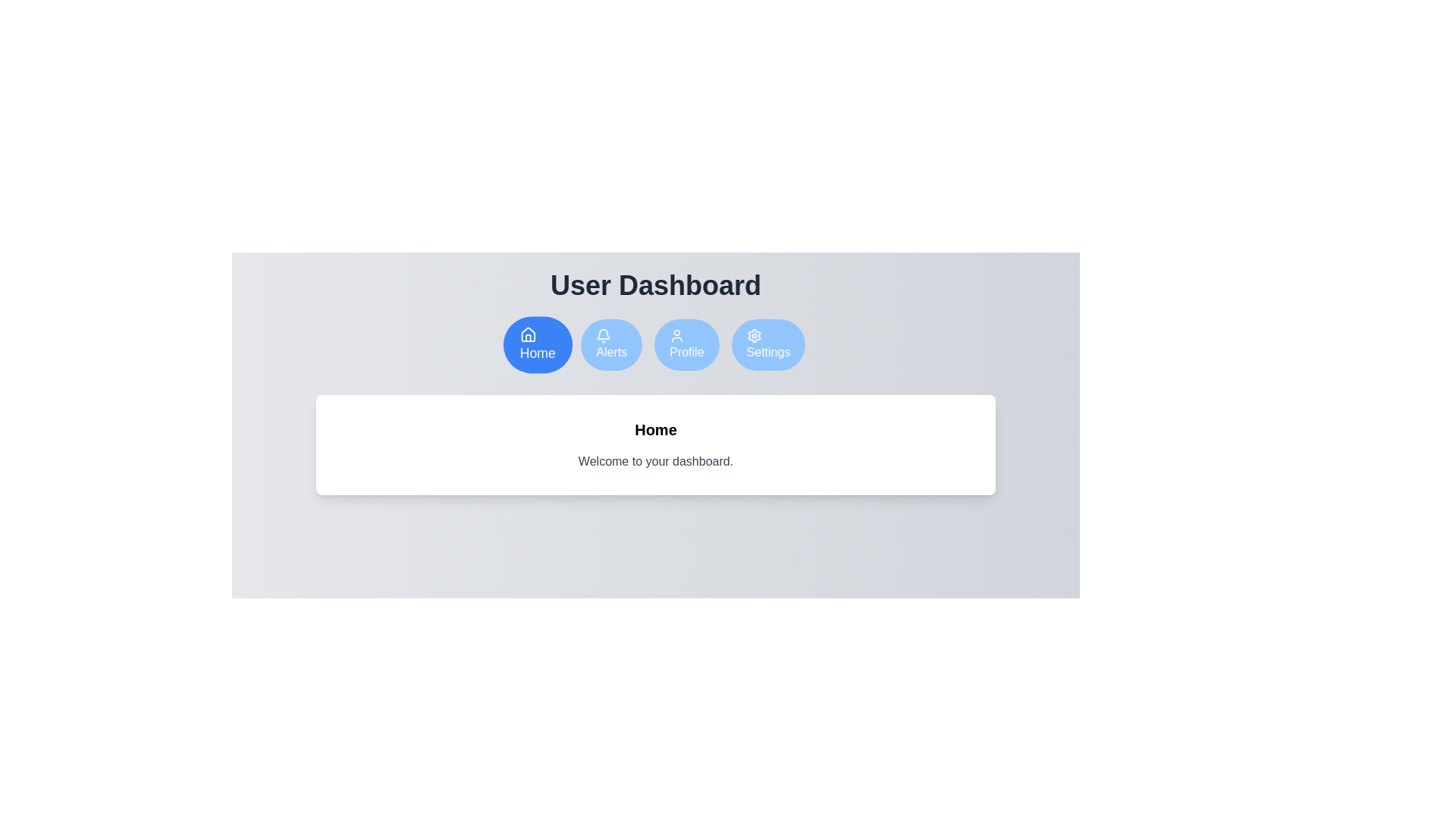  Describe the element at coordinates (768, 345) in the screenshot. I see `the Settings tab by clicking on the respective button` at that location.